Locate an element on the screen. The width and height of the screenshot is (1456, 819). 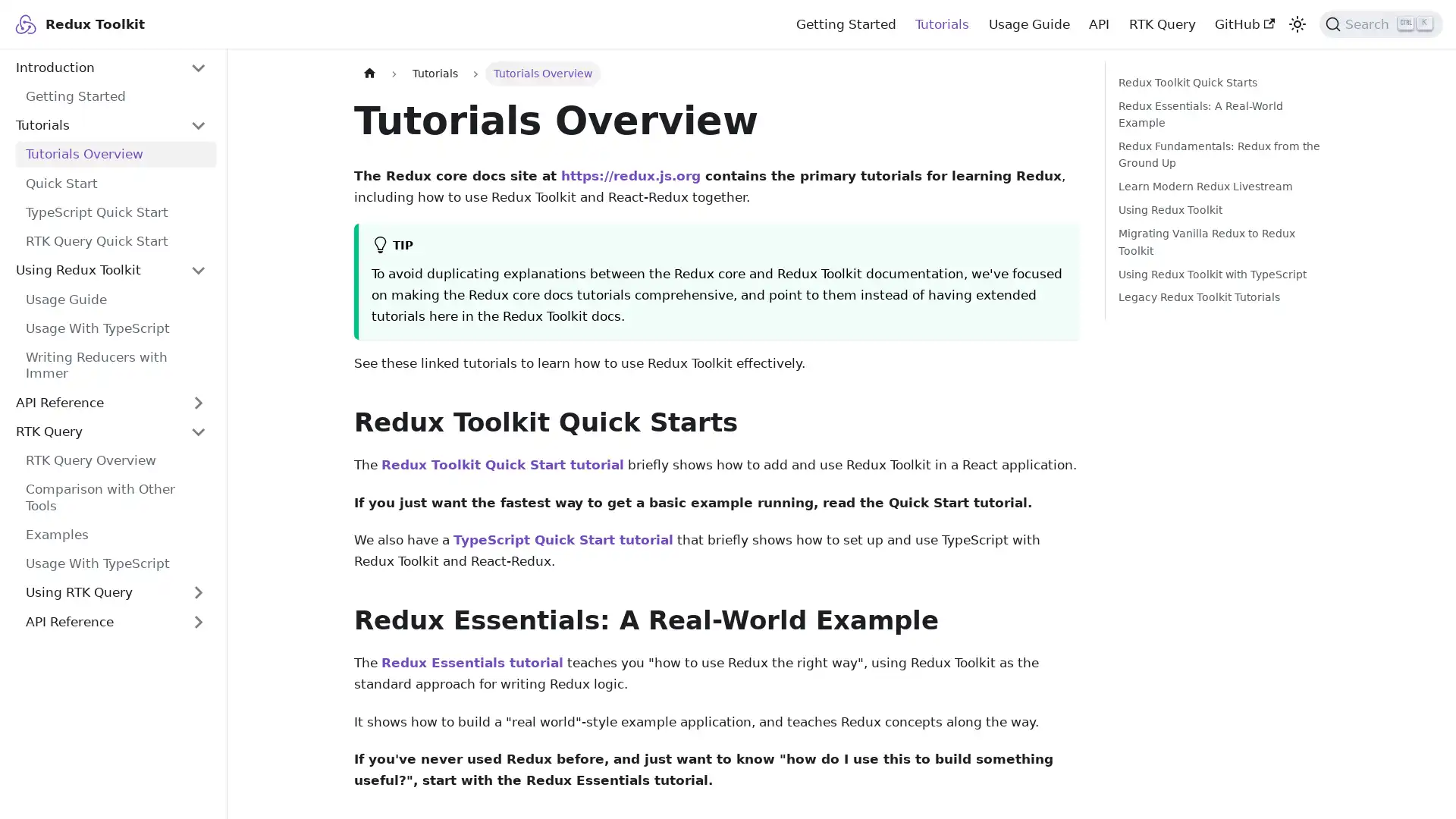
Search is located at coordinates (1381, 23).